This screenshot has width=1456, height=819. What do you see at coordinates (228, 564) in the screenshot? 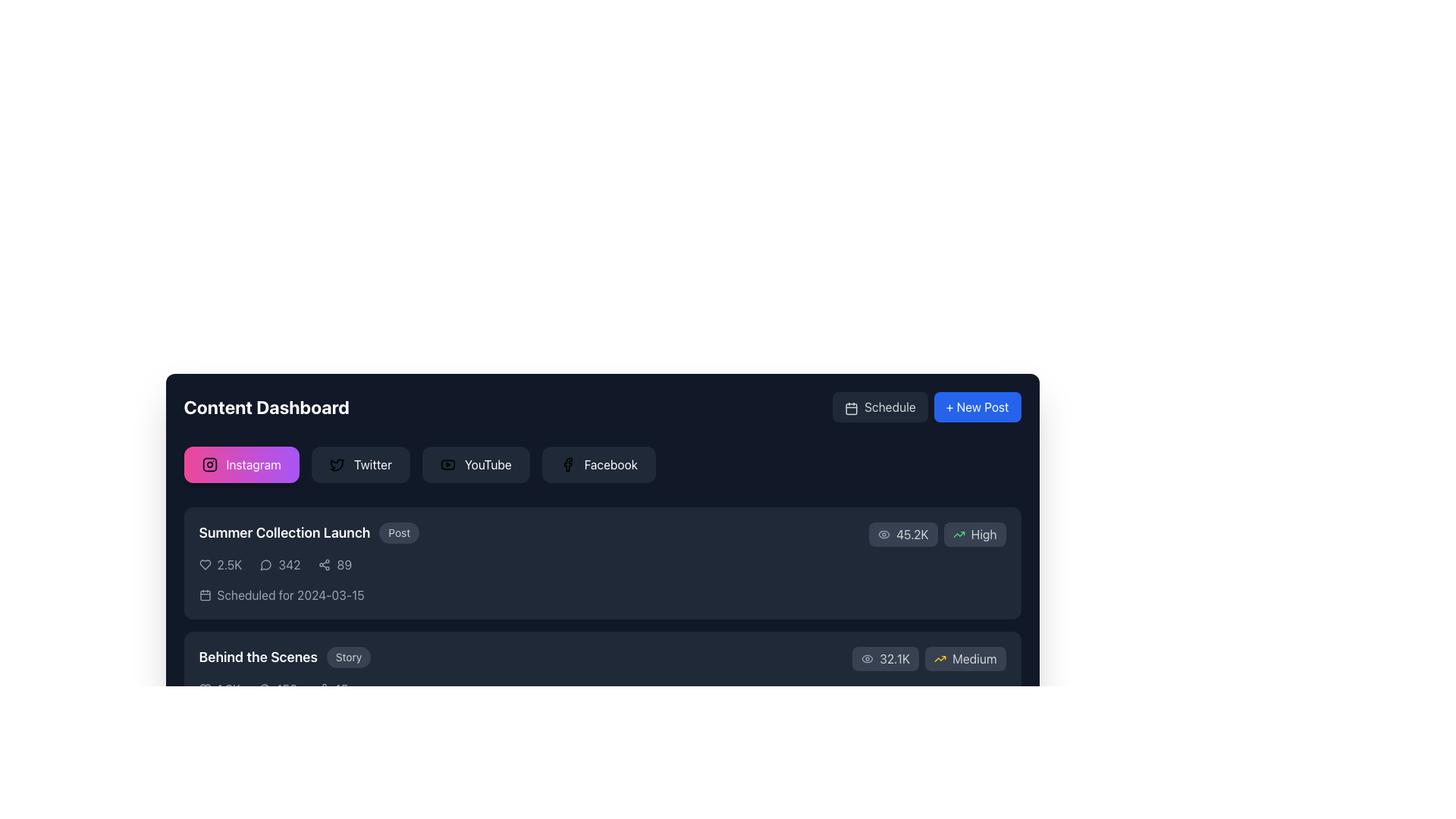
I see `text displayed as '2.5K' which indicates the count of likes or favorites next to the heart icon in the 'Summer Collection Launch' post` at bounding box center [228, 564].